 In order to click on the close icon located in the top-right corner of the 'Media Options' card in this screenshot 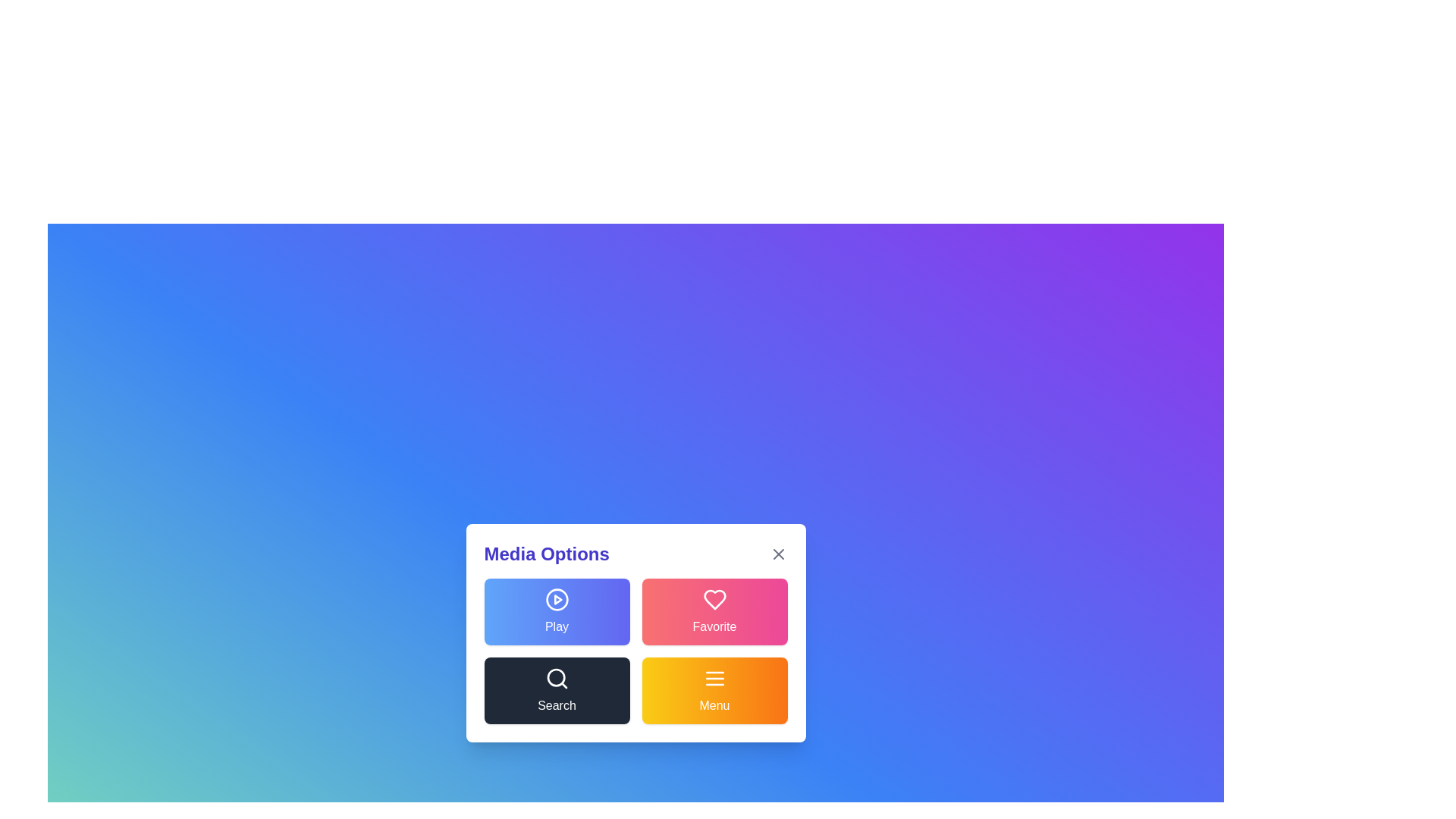, I will do `click(778, 554)`.